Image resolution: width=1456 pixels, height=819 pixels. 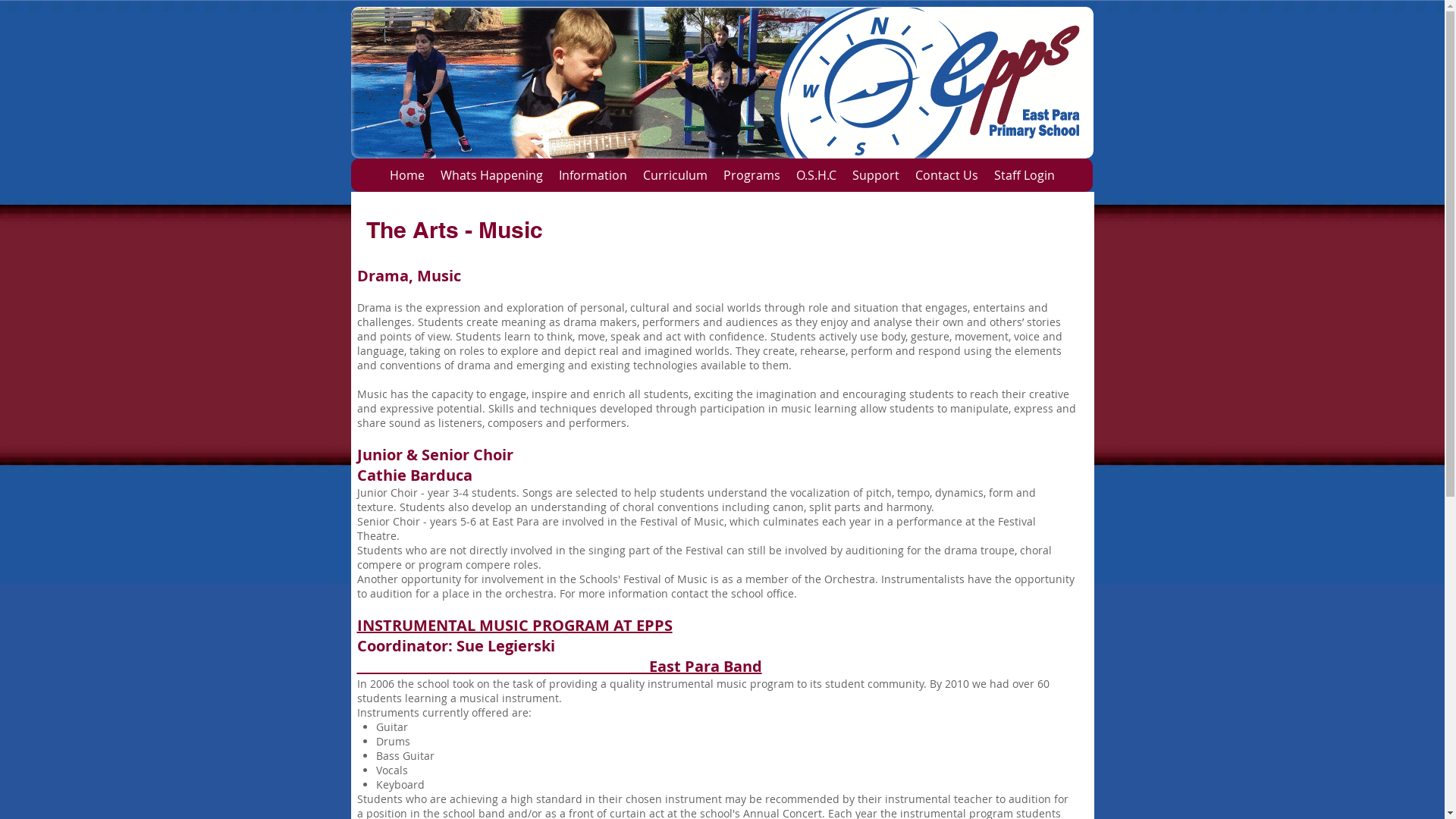 I want to click on 'Contact Us', so click(x=906, y=174).